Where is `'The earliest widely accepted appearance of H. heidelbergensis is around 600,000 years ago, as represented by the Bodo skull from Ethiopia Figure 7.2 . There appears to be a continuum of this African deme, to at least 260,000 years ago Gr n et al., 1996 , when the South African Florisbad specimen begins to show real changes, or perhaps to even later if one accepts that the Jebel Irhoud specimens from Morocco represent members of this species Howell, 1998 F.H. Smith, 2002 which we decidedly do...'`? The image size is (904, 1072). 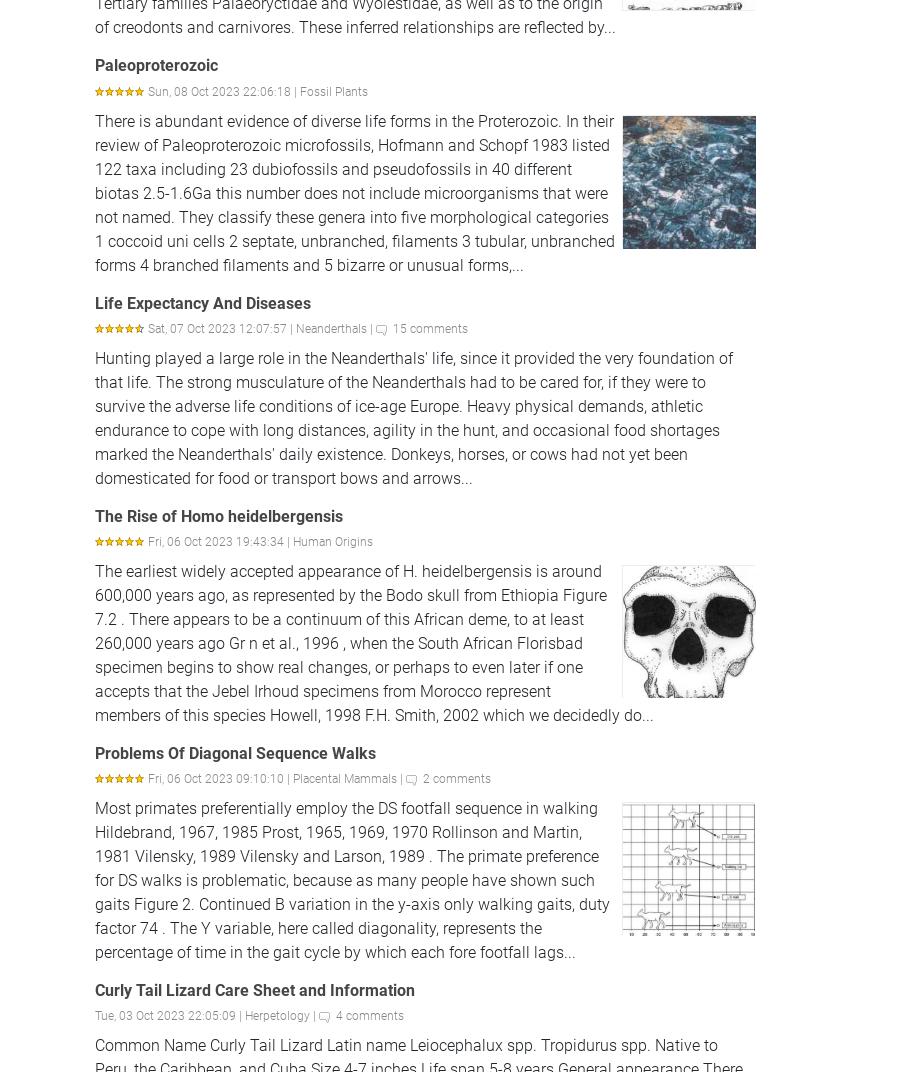
'The earliest widely accepted appearance of H. heidelbergensis is around 600,000 years ago, as represented by the Bodo skull from Ethiopia Figure 7.2 . There appears to be a continuum of this African deme, to at least 260,000 years ago Gr n et al., 1996 , when the South African Florisbad specimen begins to show real changes, or perhaps to even later if one accepts that the Jebel Irhoud specimens from Morocco represent members of this species Howell, 1998 F.H. Smith, 2002 which we decidedly do...' is located at coordinates (373, 642).